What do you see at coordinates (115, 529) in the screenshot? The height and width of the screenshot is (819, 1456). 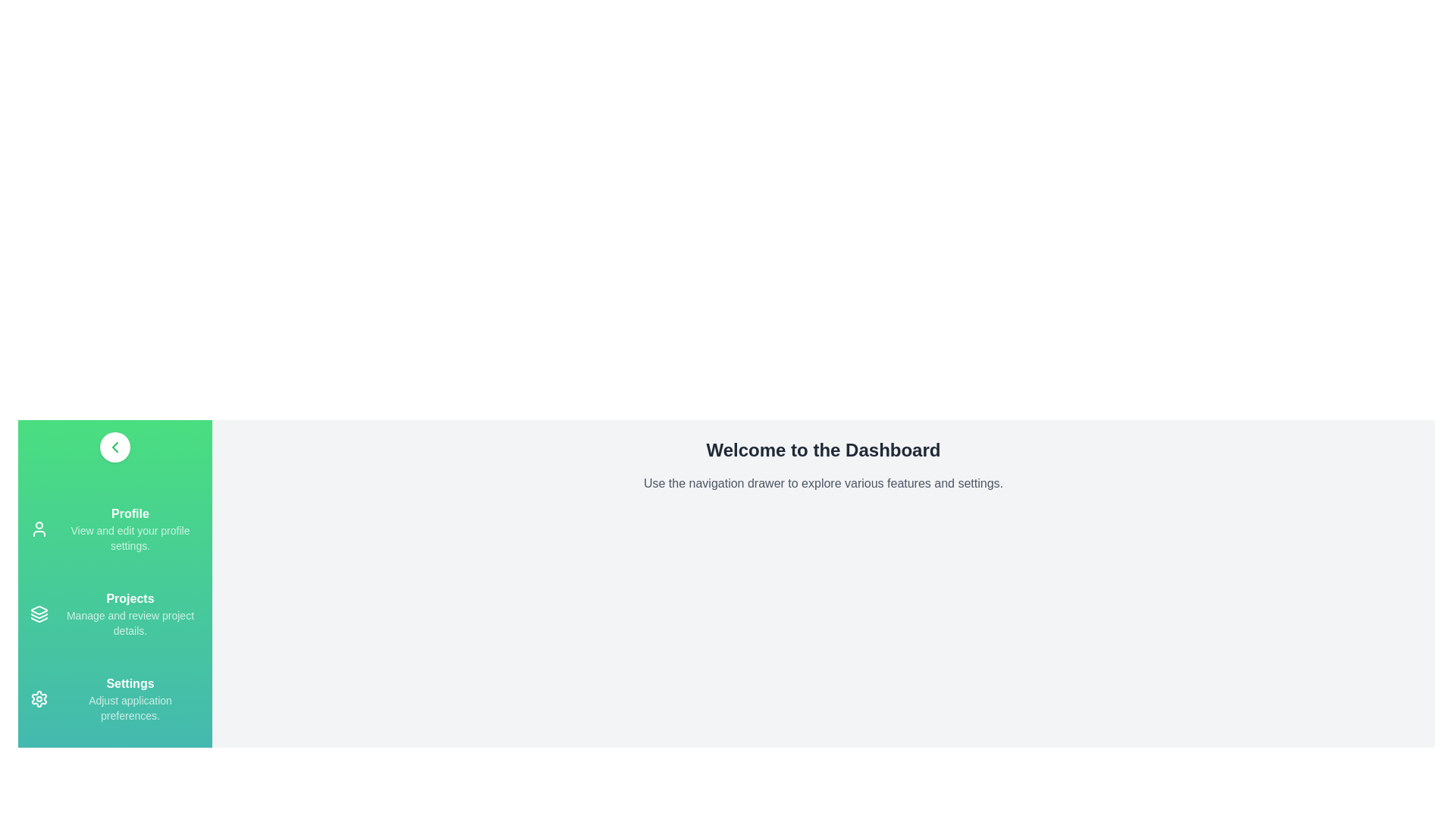 I see `the menu item labeled Profile to view its hover effect` at bounding box center [115, 529].